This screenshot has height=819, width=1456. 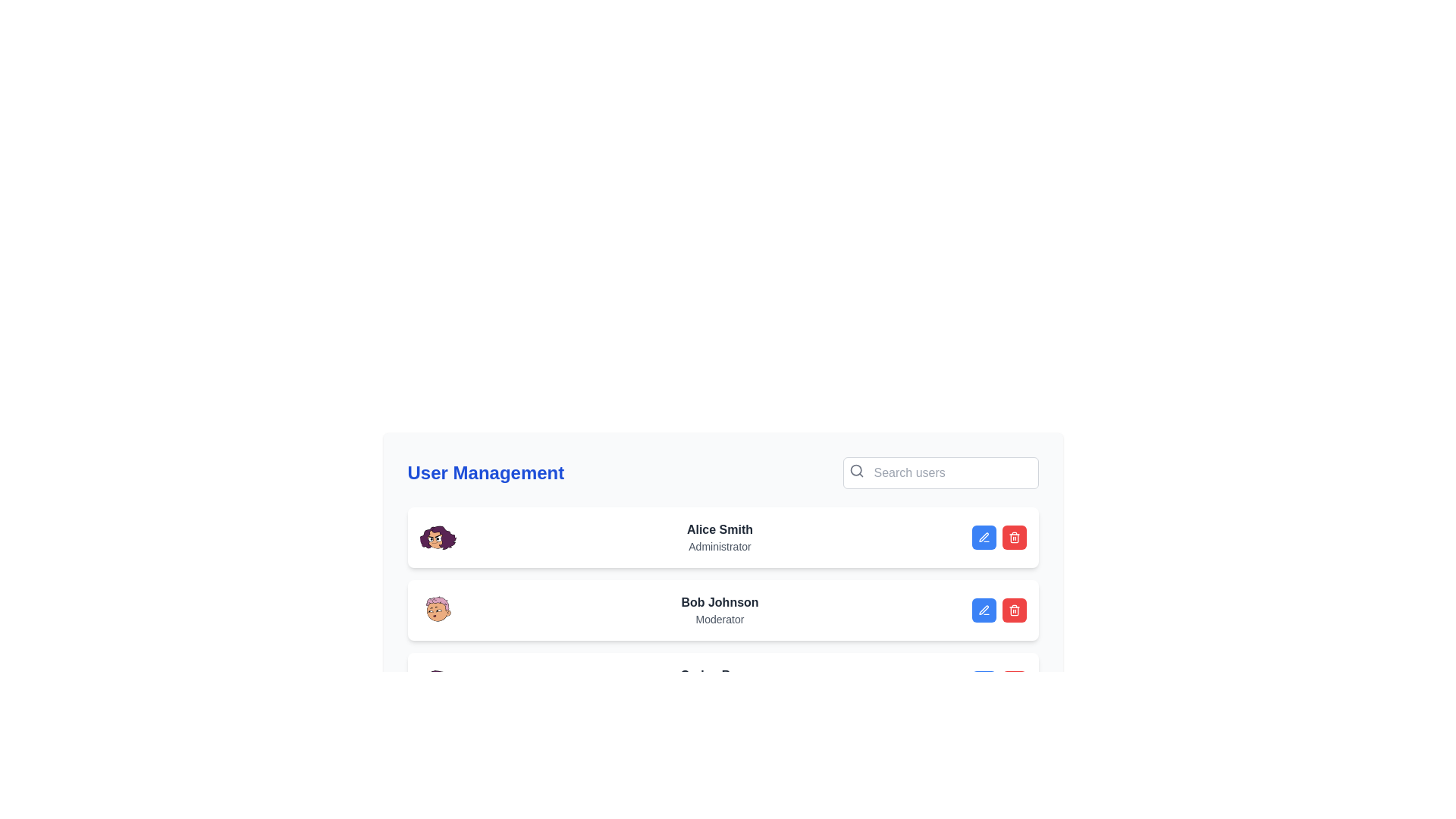 I want to click on the list item displaying 'Bob Johnson' and 'Moderator', so click(x=722, y=610).